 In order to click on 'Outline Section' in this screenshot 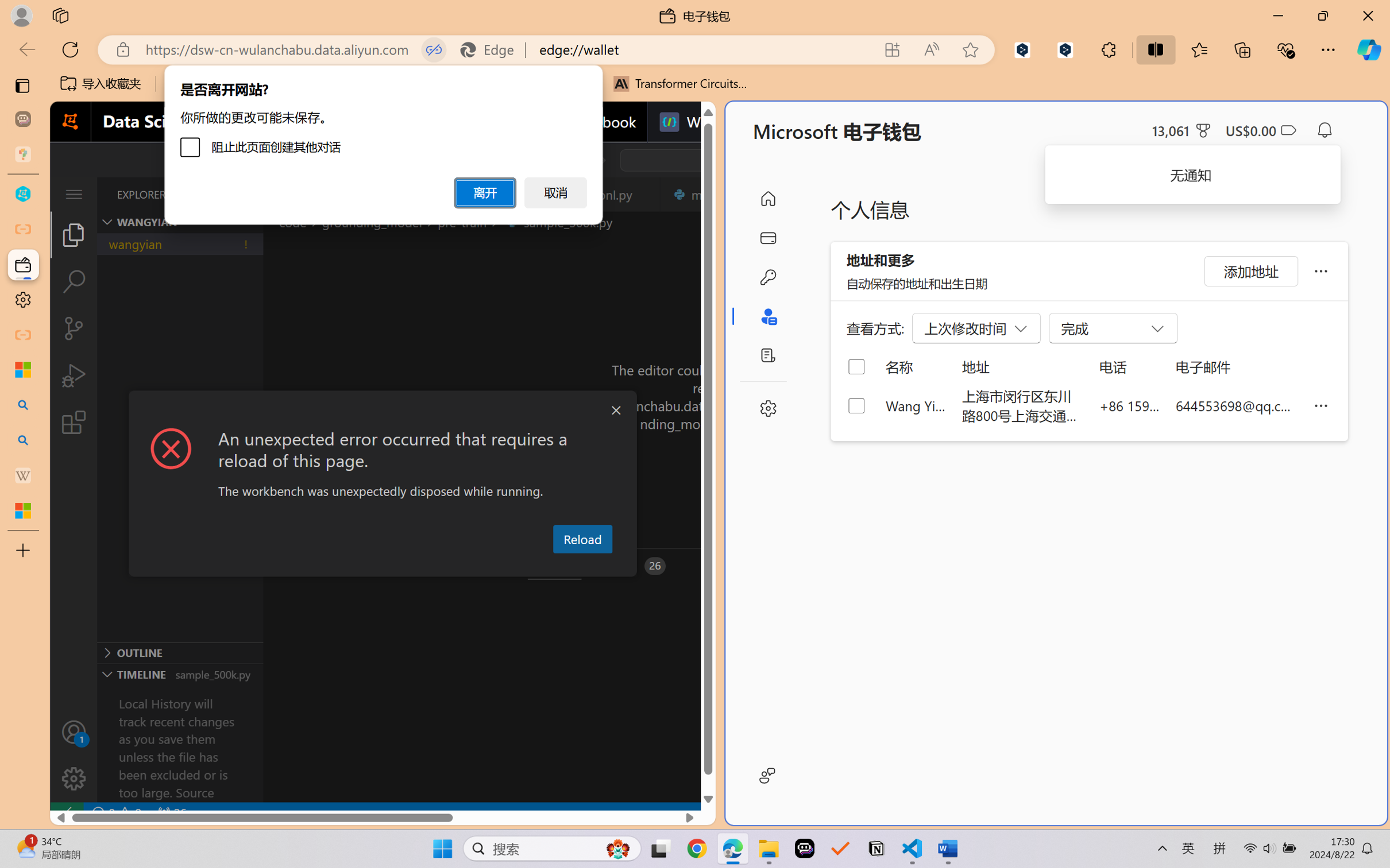, I will do `click(180, 652)`.